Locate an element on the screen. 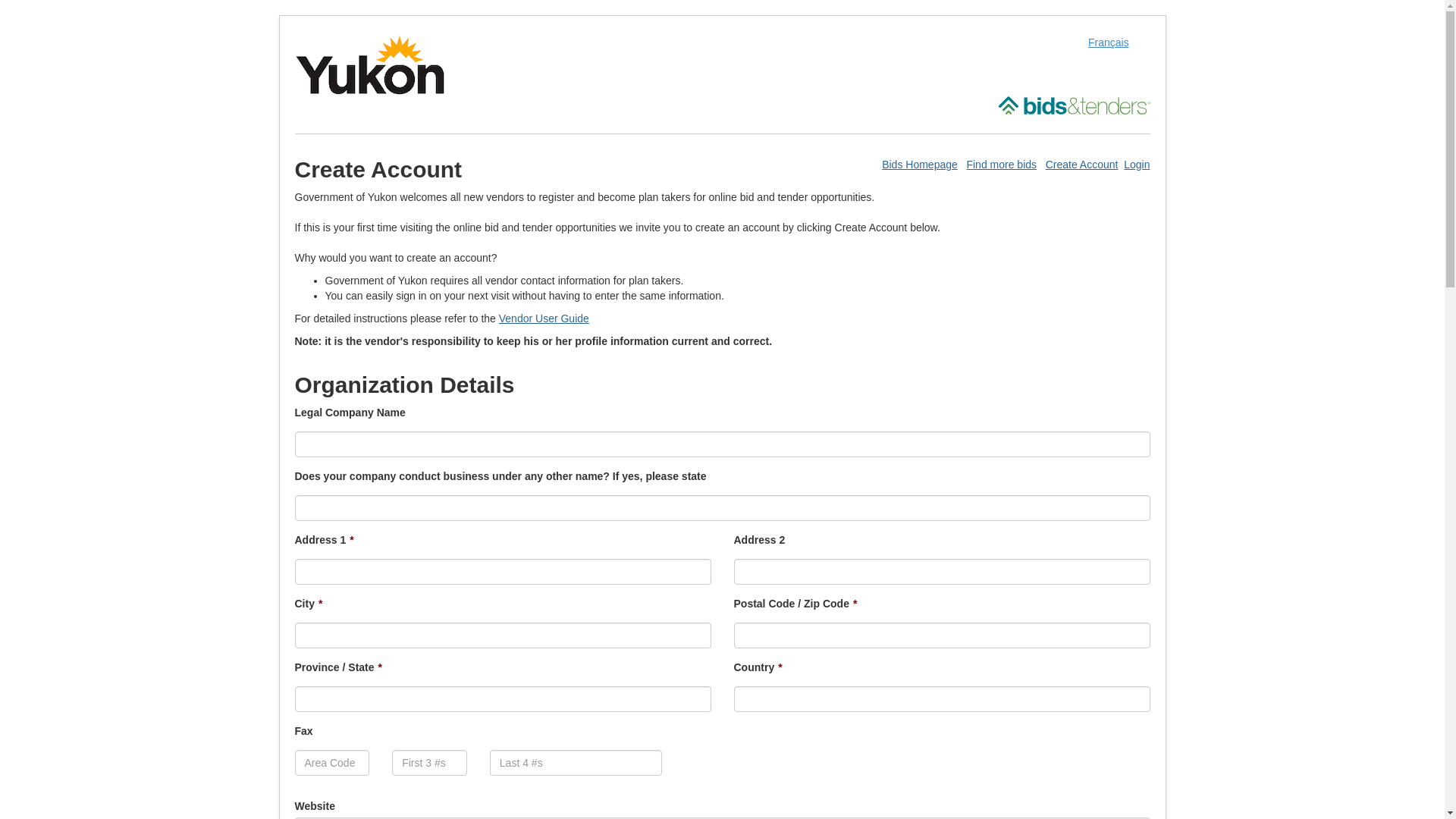 The height and width of the screenshot is (819, 1456). 'Open Government of Yukon site in a new window' is located at coordinates (369, 63).